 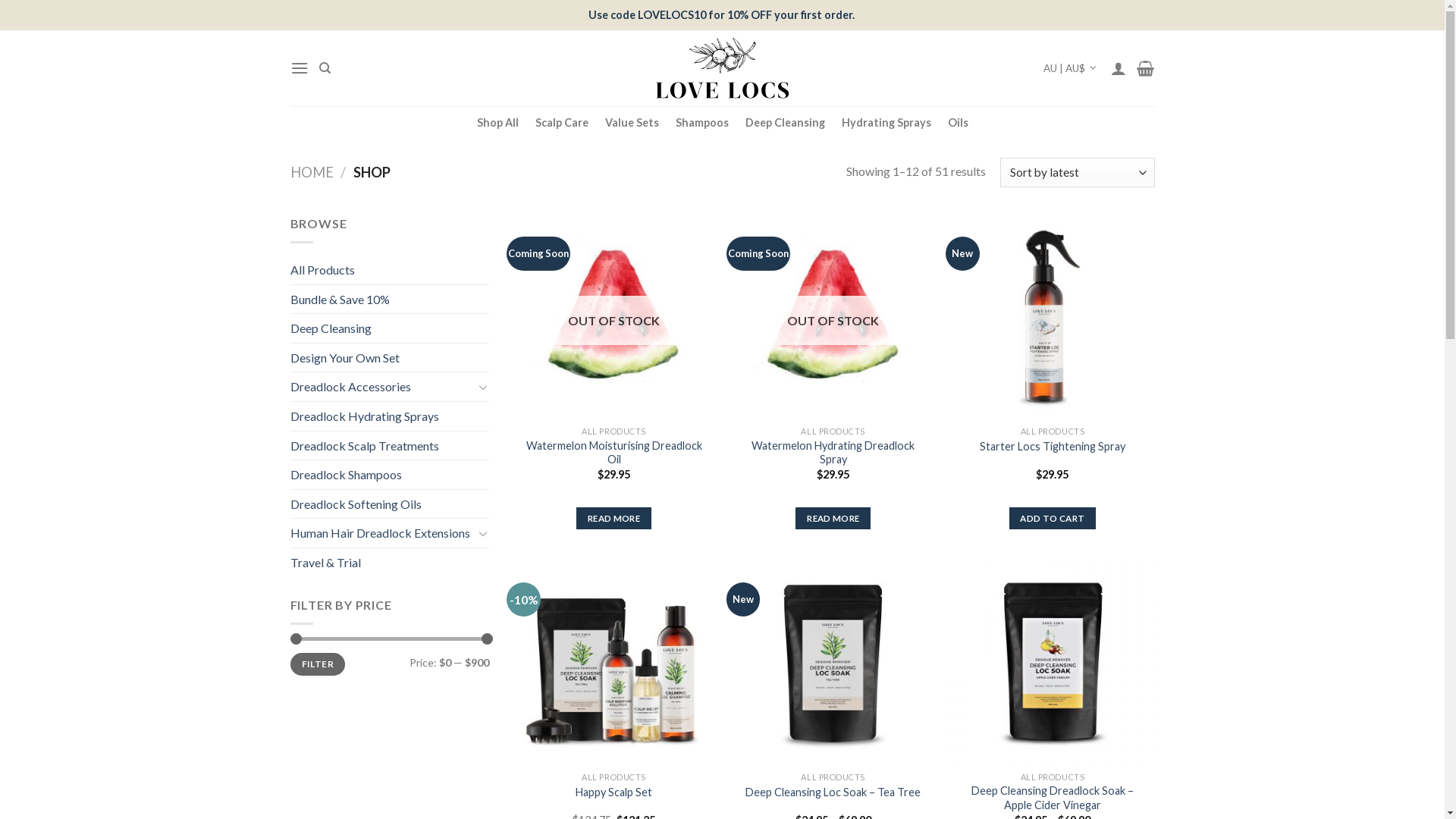 I want to click on 'Watermelon Hydrating Dreadlock Spray', so click(x=833, y=451).